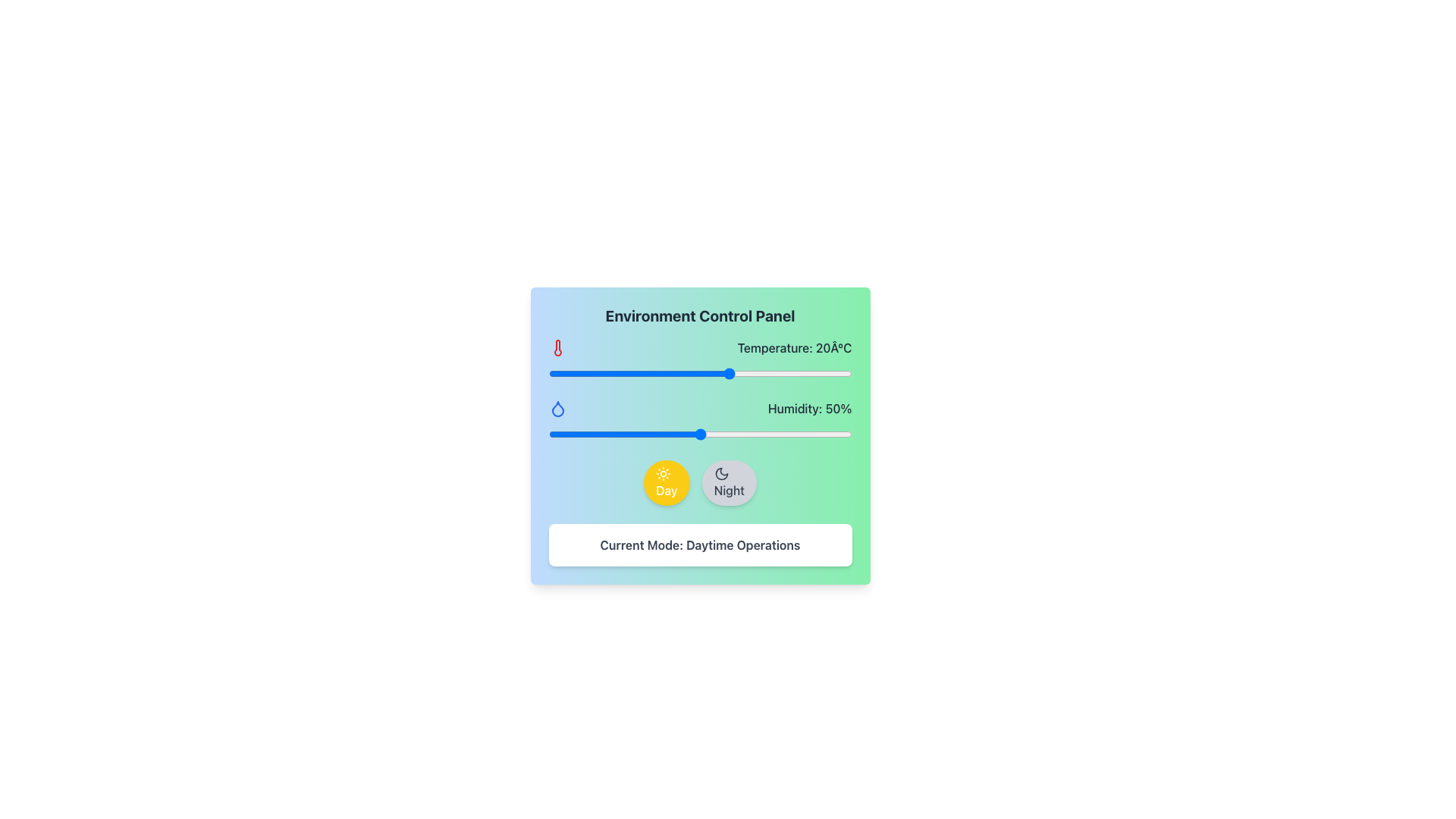 The height and width of the screenshot is (819, 1456). I want to click on the crescent moon icon within the gray circular button labeled 'Night', so click(720, 472).